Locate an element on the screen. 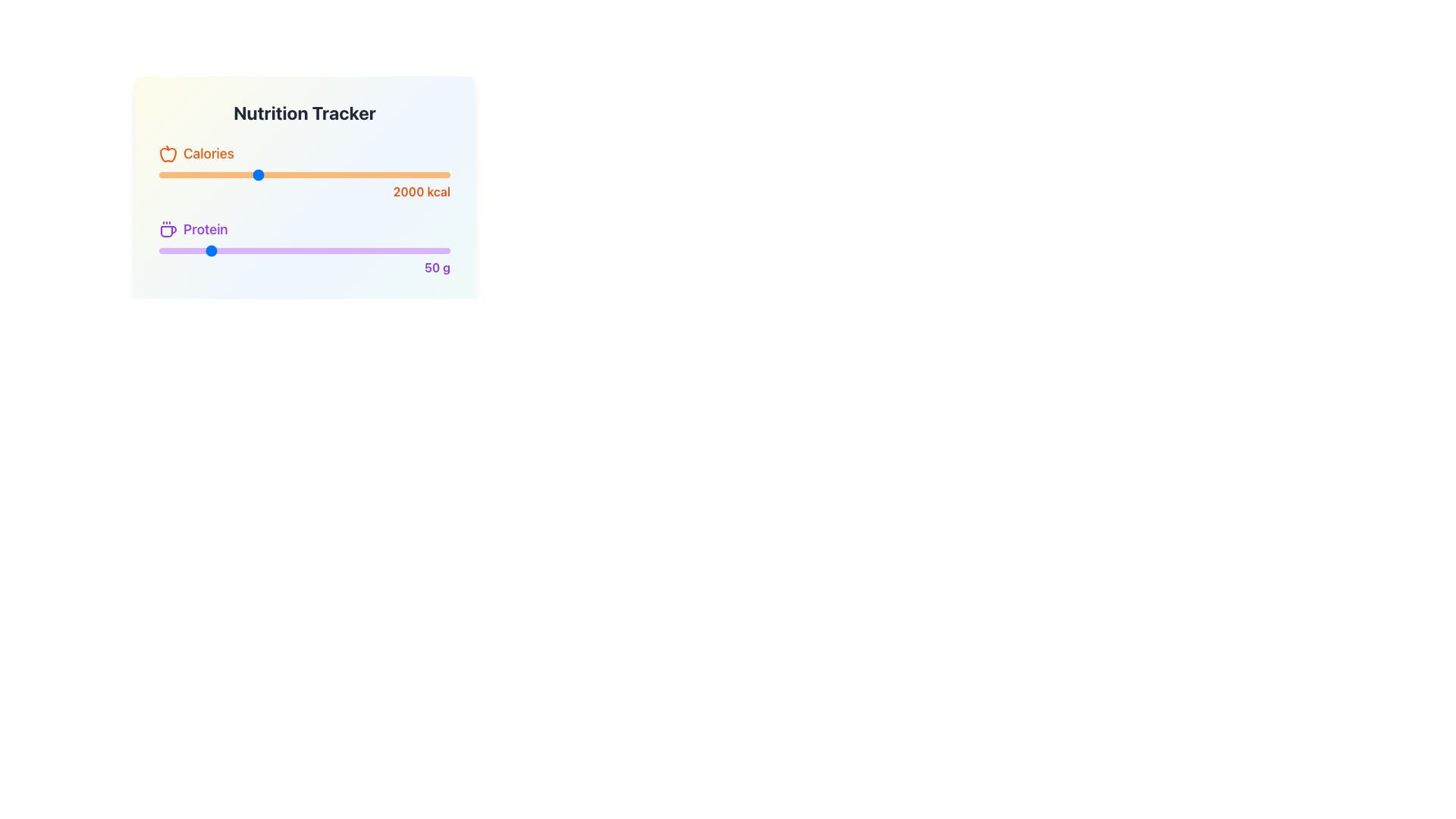  protein quantity is located at coordinates (334, 250).